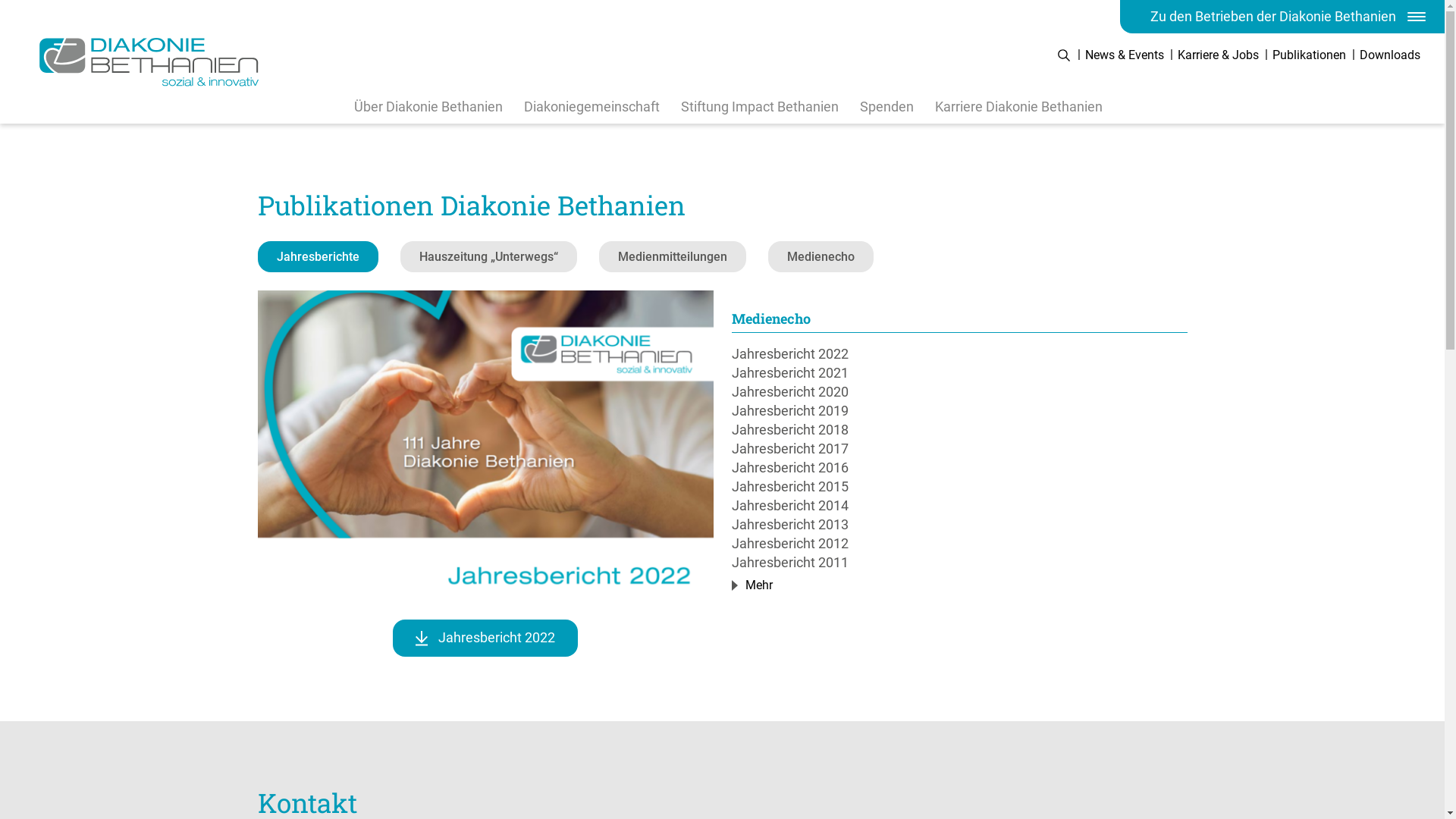 The image size is (1456, 819). Describe the element at coordinates (958, 505) in the screenshot. I see `'Jahresbericht 2014'` at that location.